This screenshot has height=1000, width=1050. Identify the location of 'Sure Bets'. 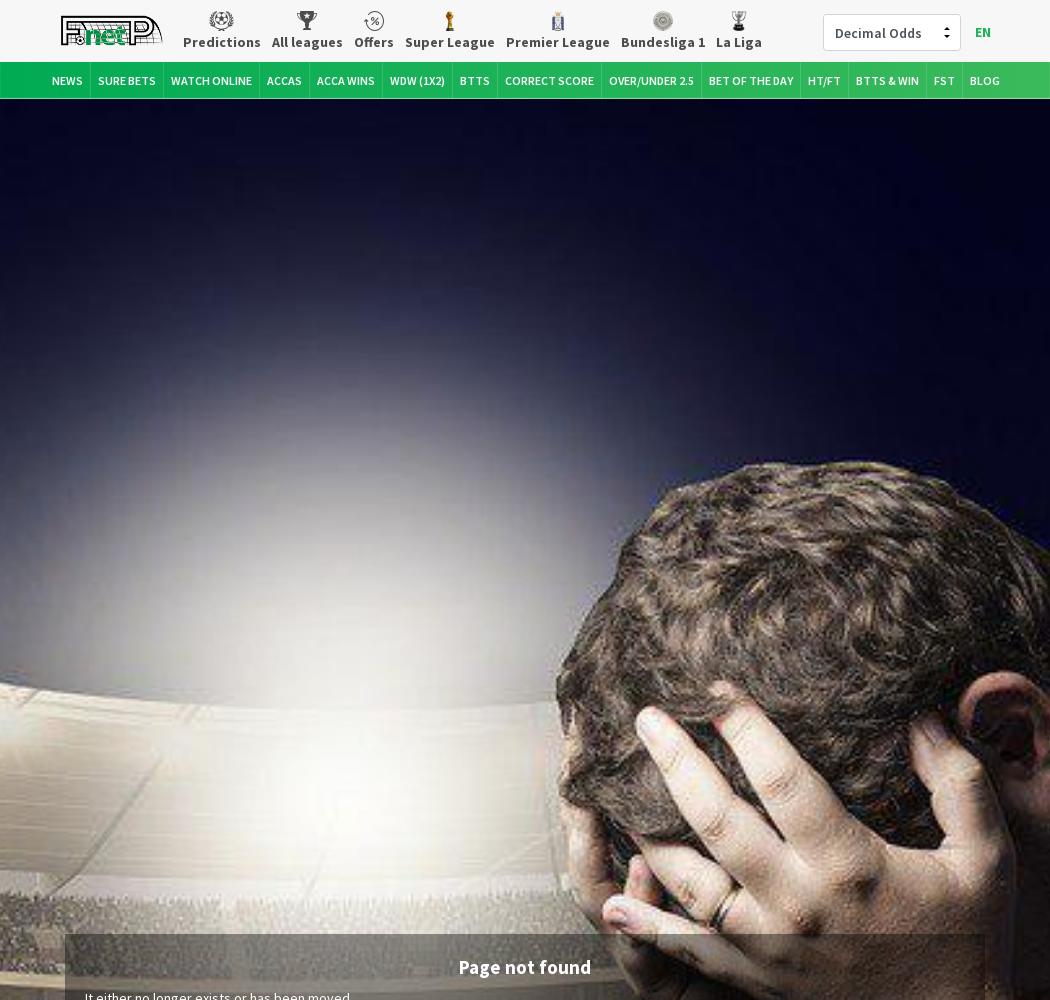
(126, 78).